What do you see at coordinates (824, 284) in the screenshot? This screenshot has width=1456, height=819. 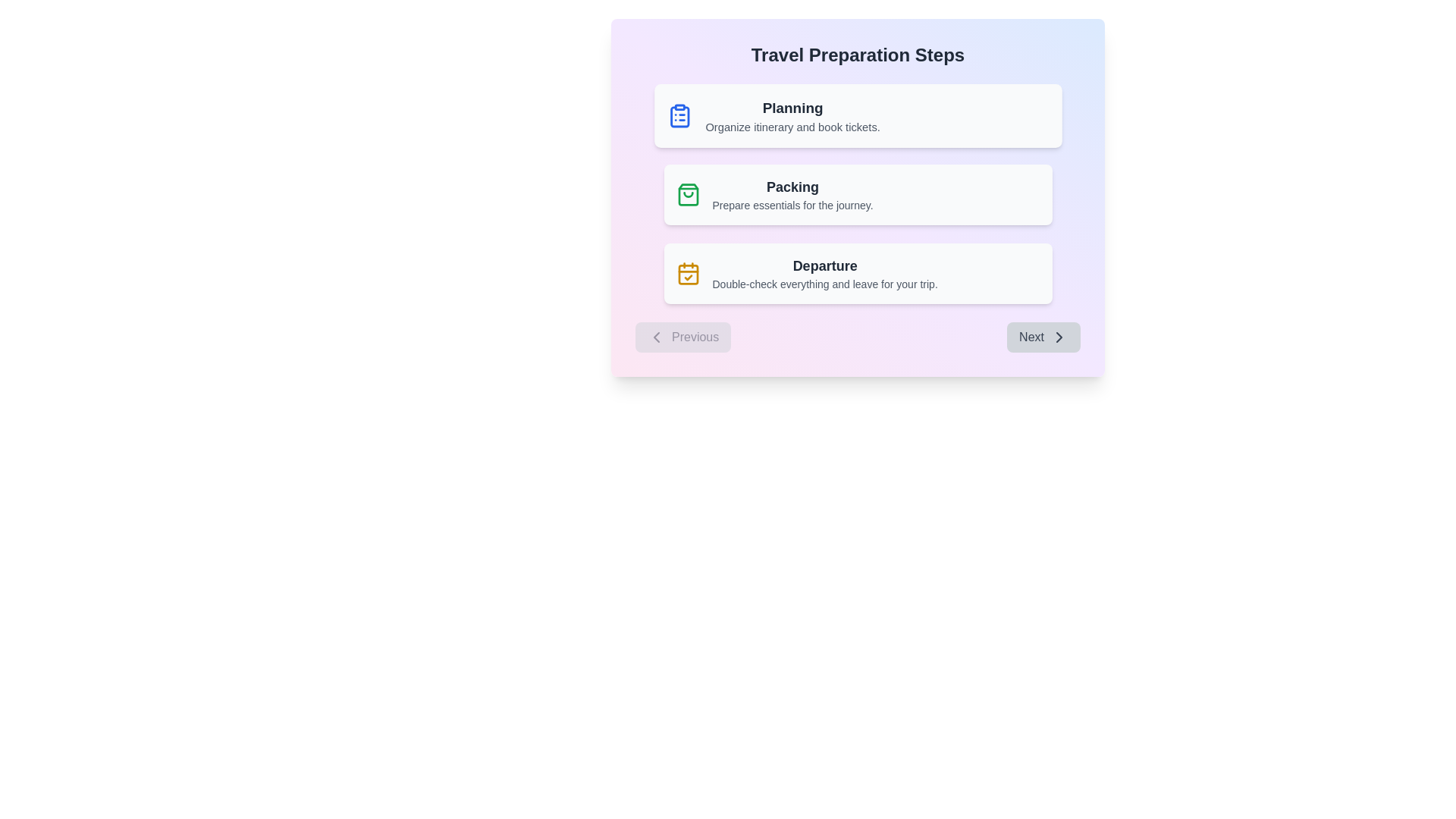 I see `the static text label that provides instruction details positioned below the 'Departure' title in the 'Travel Preparation Steps' interface` at bounding box center [824, 284].